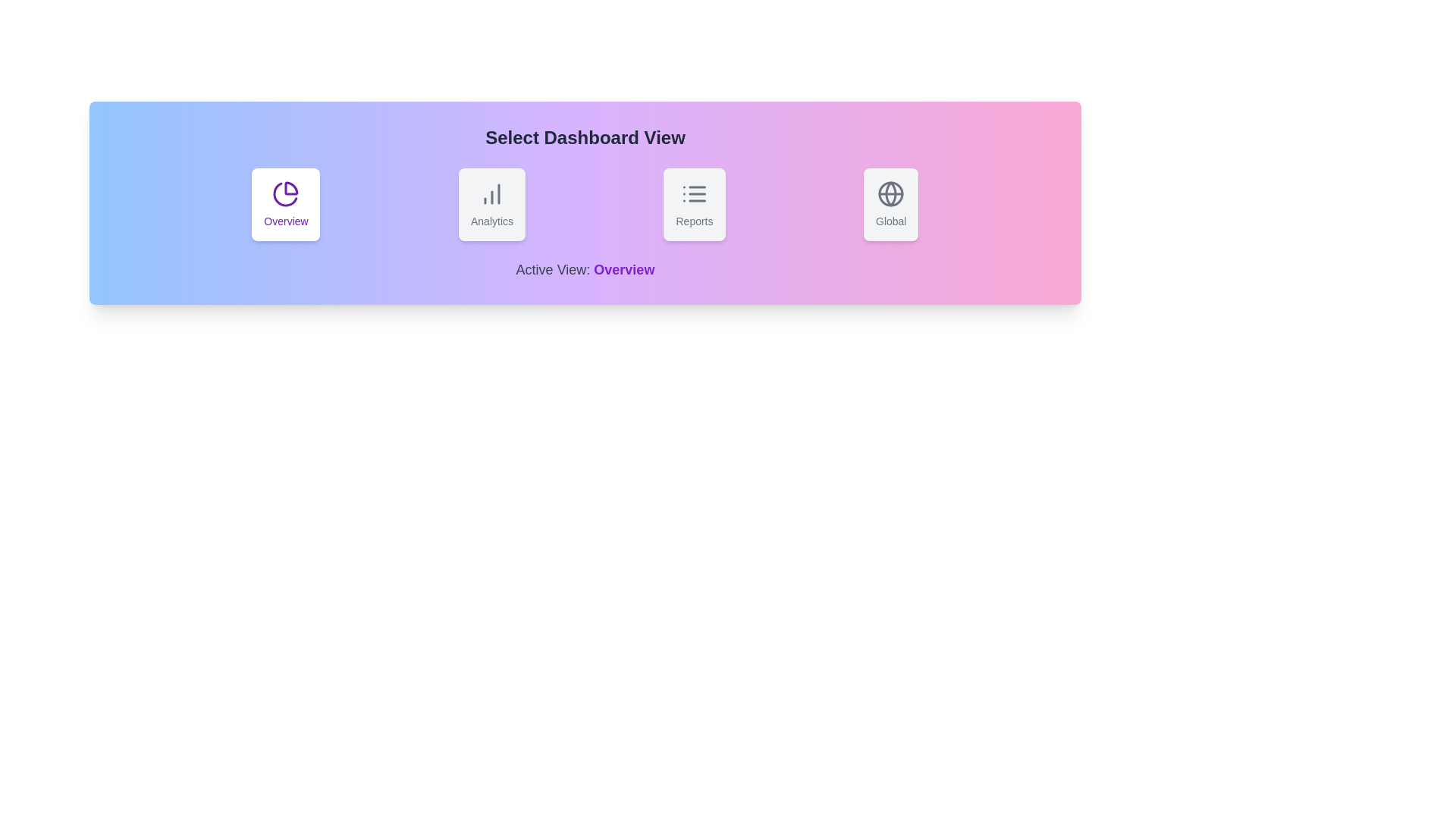  Describe the element at coordinates (694, 205) in the screenshot. I see `the button labeled 'Reports' to observe the hover effect` at that location.